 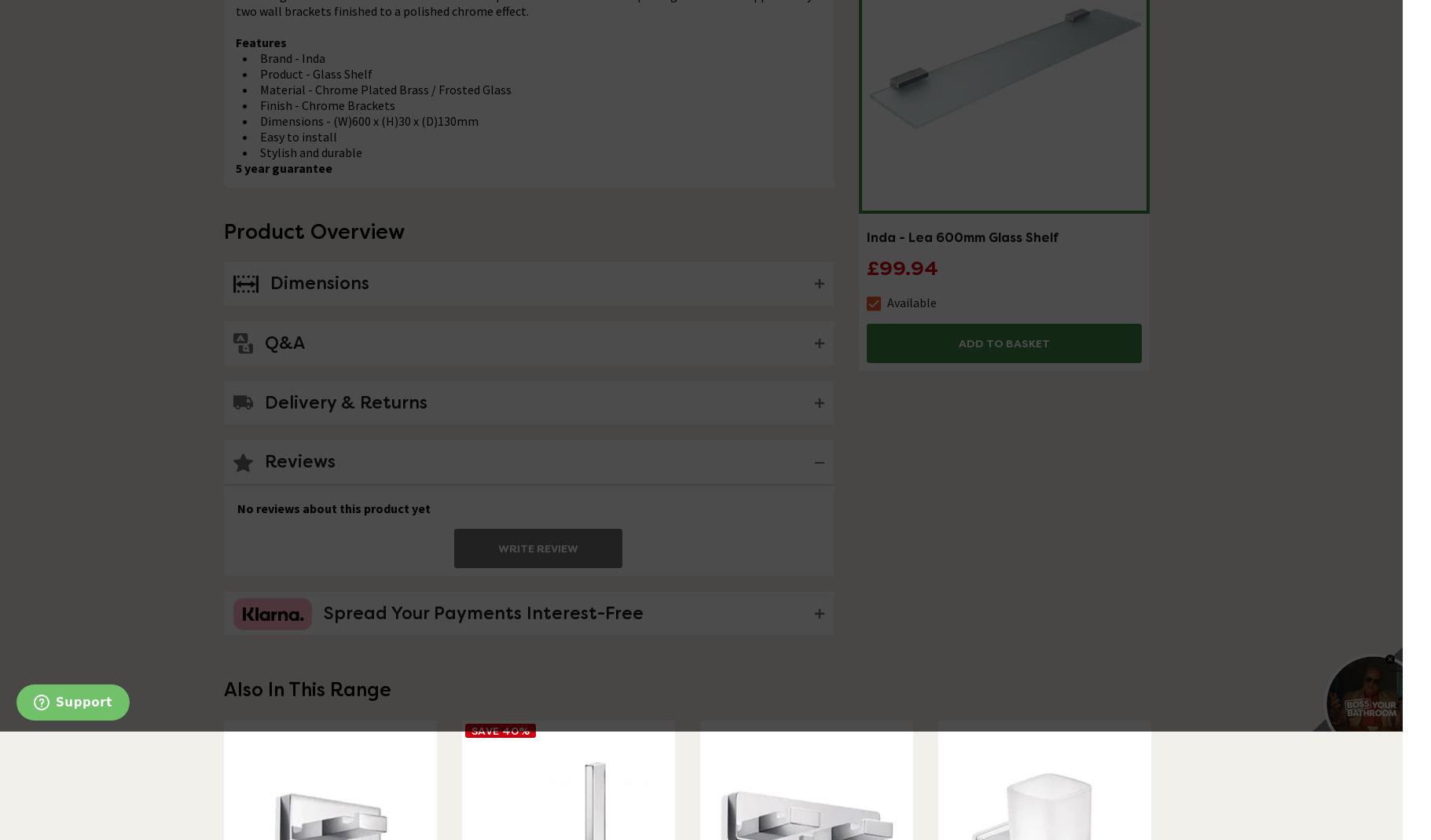 What do you see at coordinates (332, 507) in the screenshot?
I see `'No reviews about this product yet'` at bounding box center [332, 507].